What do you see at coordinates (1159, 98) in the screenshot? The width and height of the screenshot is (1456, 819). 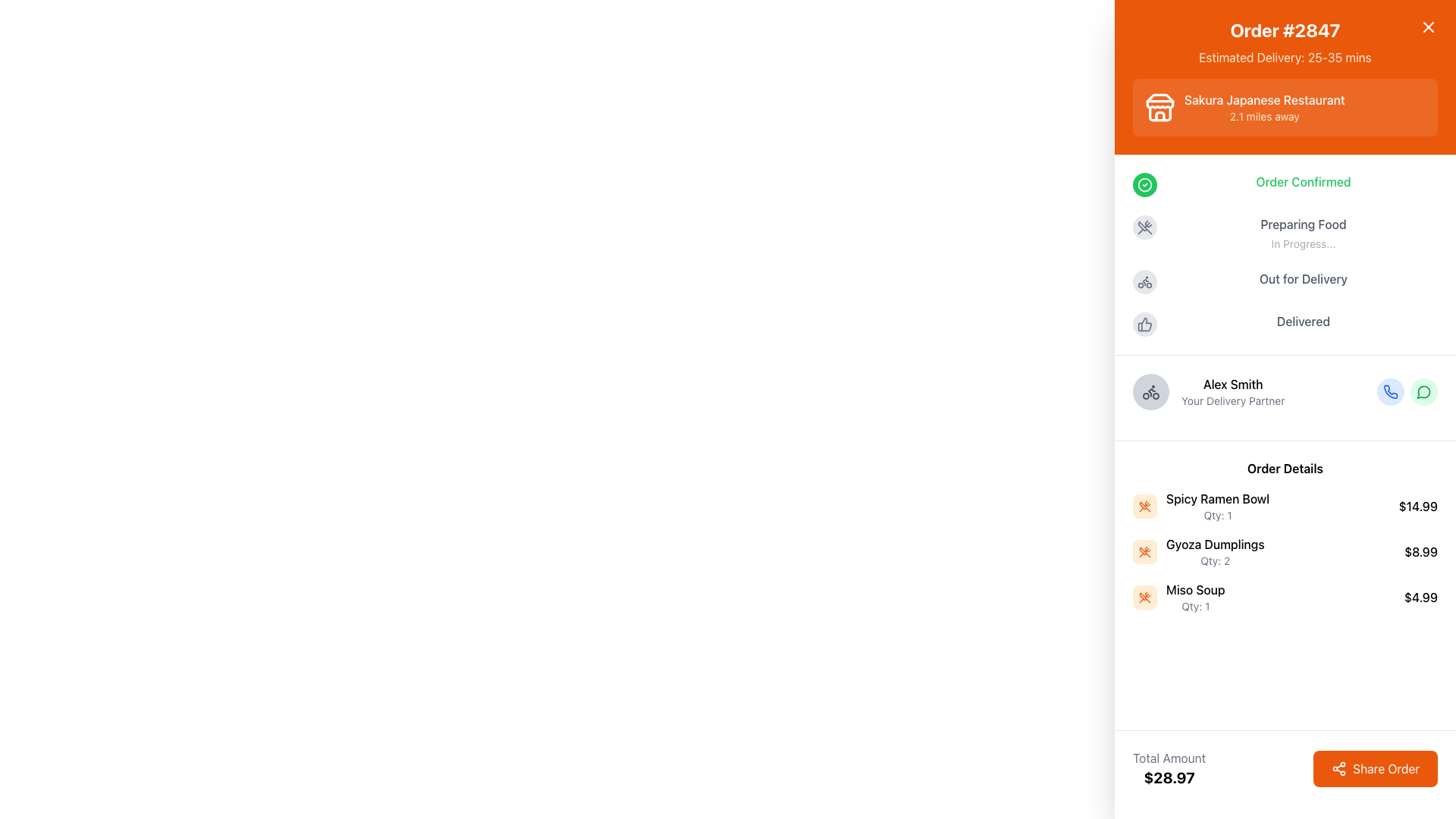 I see `the decorative graphic element that represents the roof-like segment of the store icon in the header of the content card titled 'Sakura Japanese Restaurant'` at bounding box center [1159, 98].